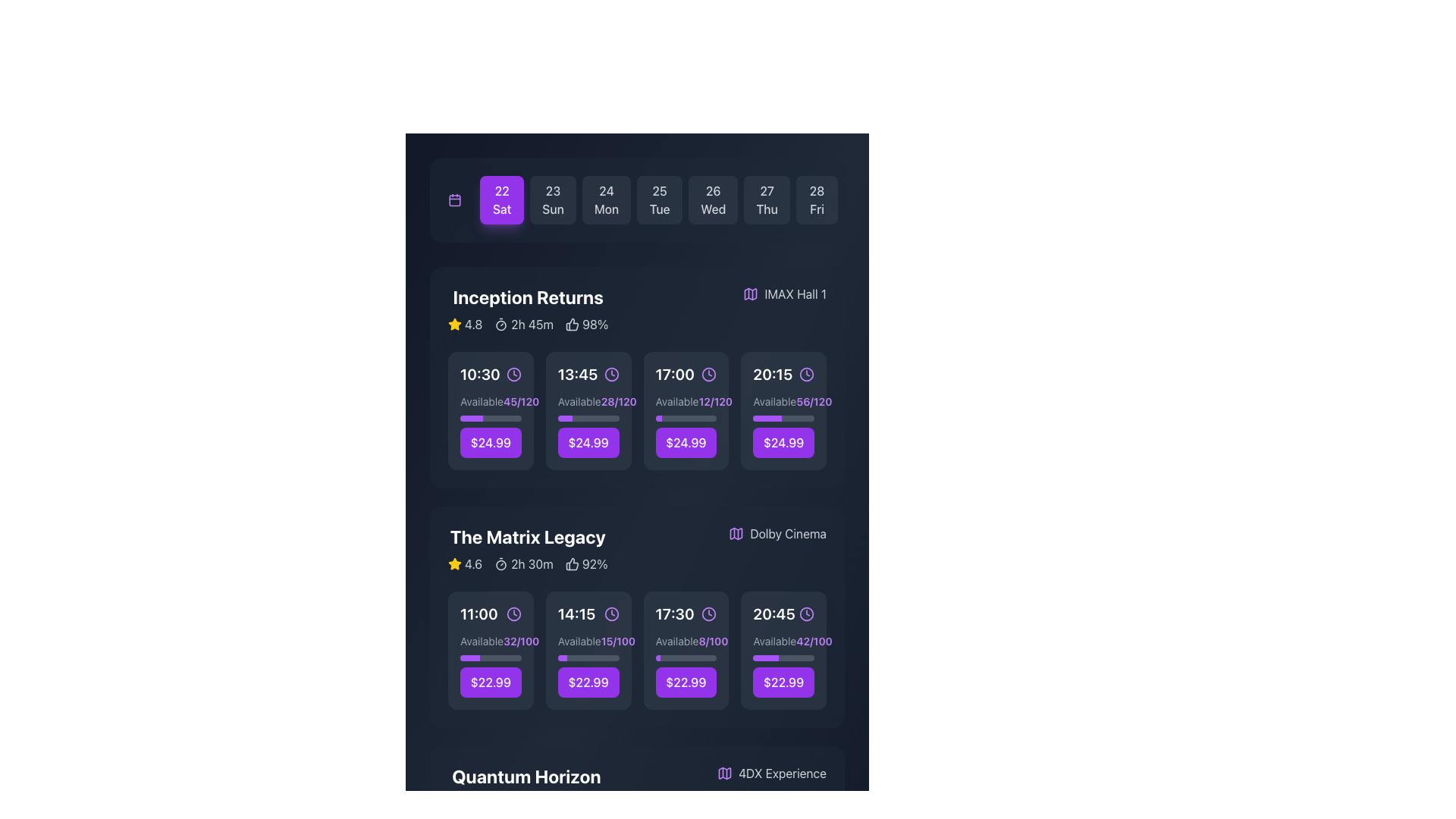 The width and height of the screenshot is (1456, 819). Describe the element at coordinates (491, 657) in the screenshot. I see `the progress bar located directly below the text 'Available 32/100' and above the button labeled '$22.99' in the '11:00' session of 'The Matrix Legacy', which is in the leftmost card of the second row` at that location.